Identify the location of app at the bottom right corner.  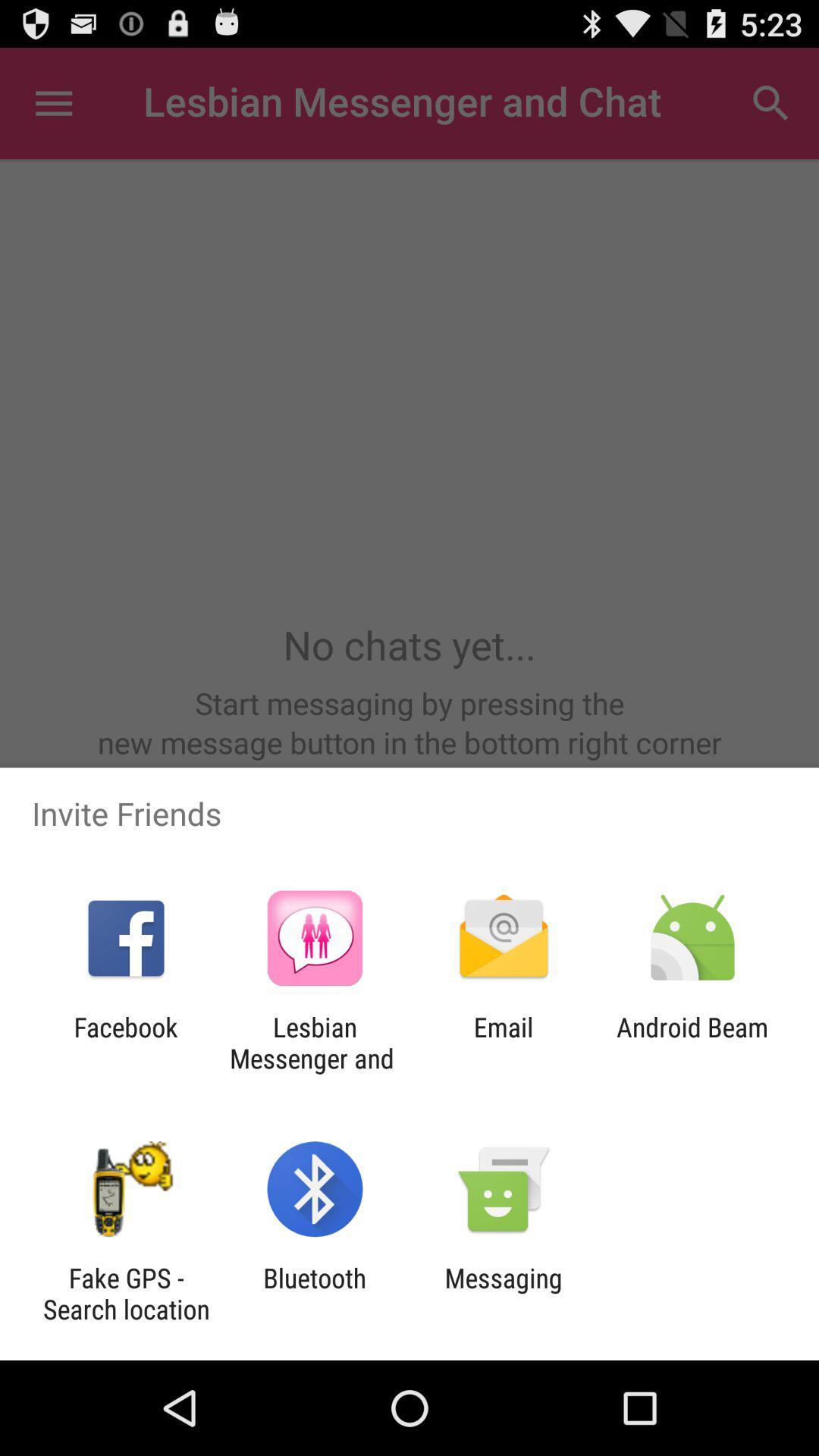
(692, 1042).